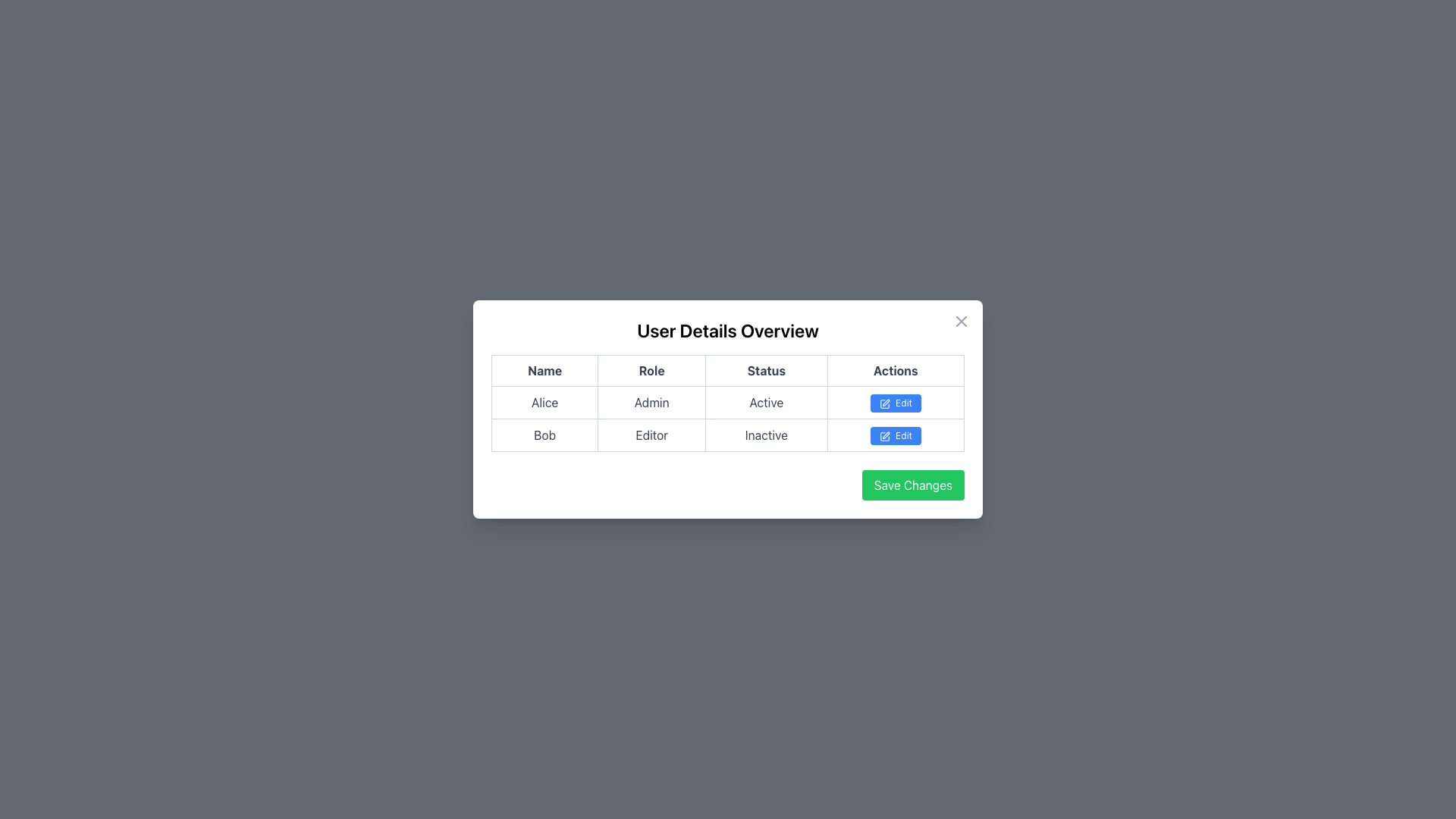 The height and width of the screenshot is (819, 1456). What do you see at coordinates (884, 436) in the screenshot?
I see `the 'Edit' icon located in the top-right corner of the second row under the 'Actions' column in the table` at bounding box center [884, 436].